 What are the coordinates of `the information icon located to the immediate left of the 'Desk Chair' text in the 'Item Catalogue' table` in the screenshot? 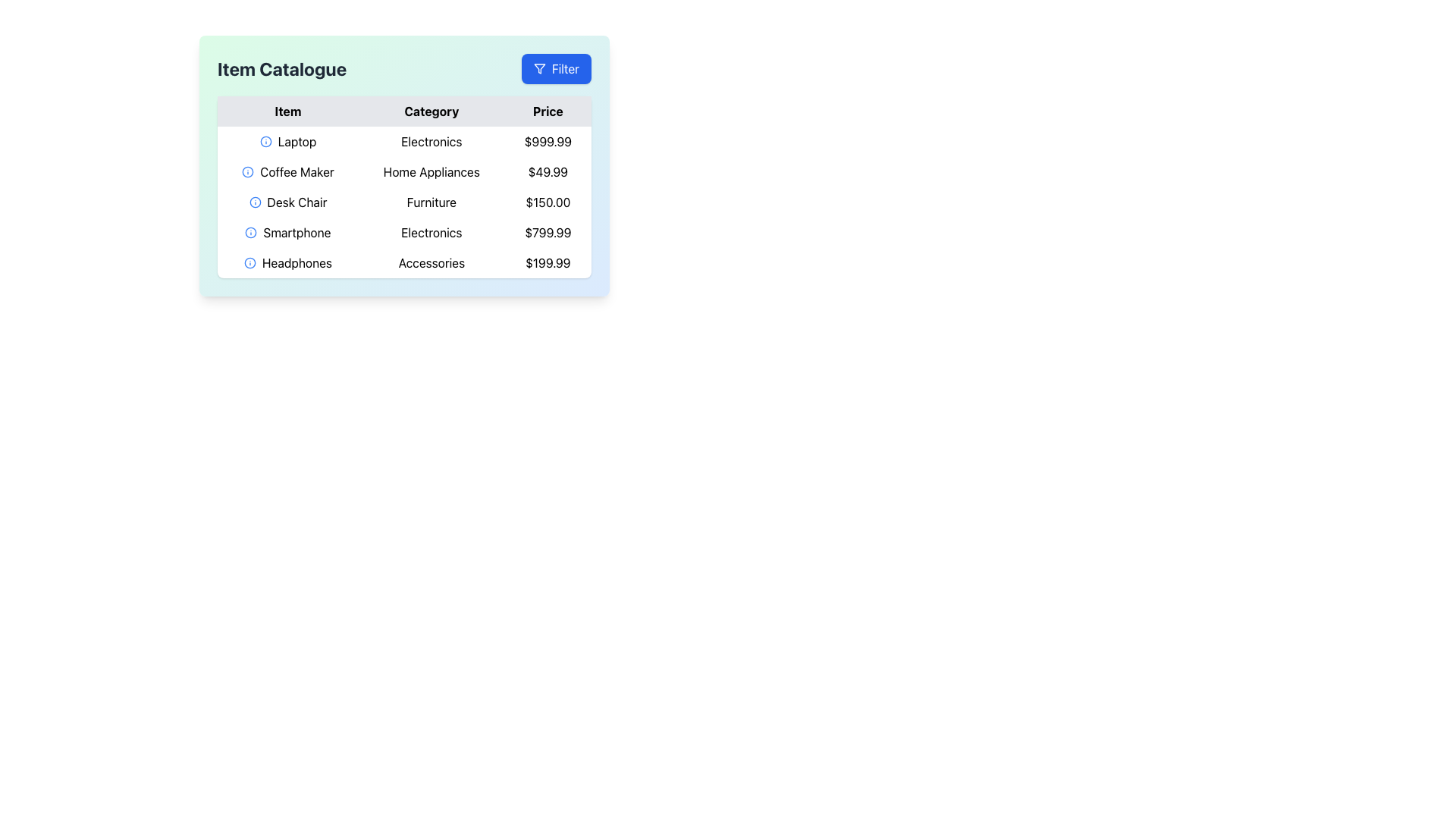 It's located at (255, 201).